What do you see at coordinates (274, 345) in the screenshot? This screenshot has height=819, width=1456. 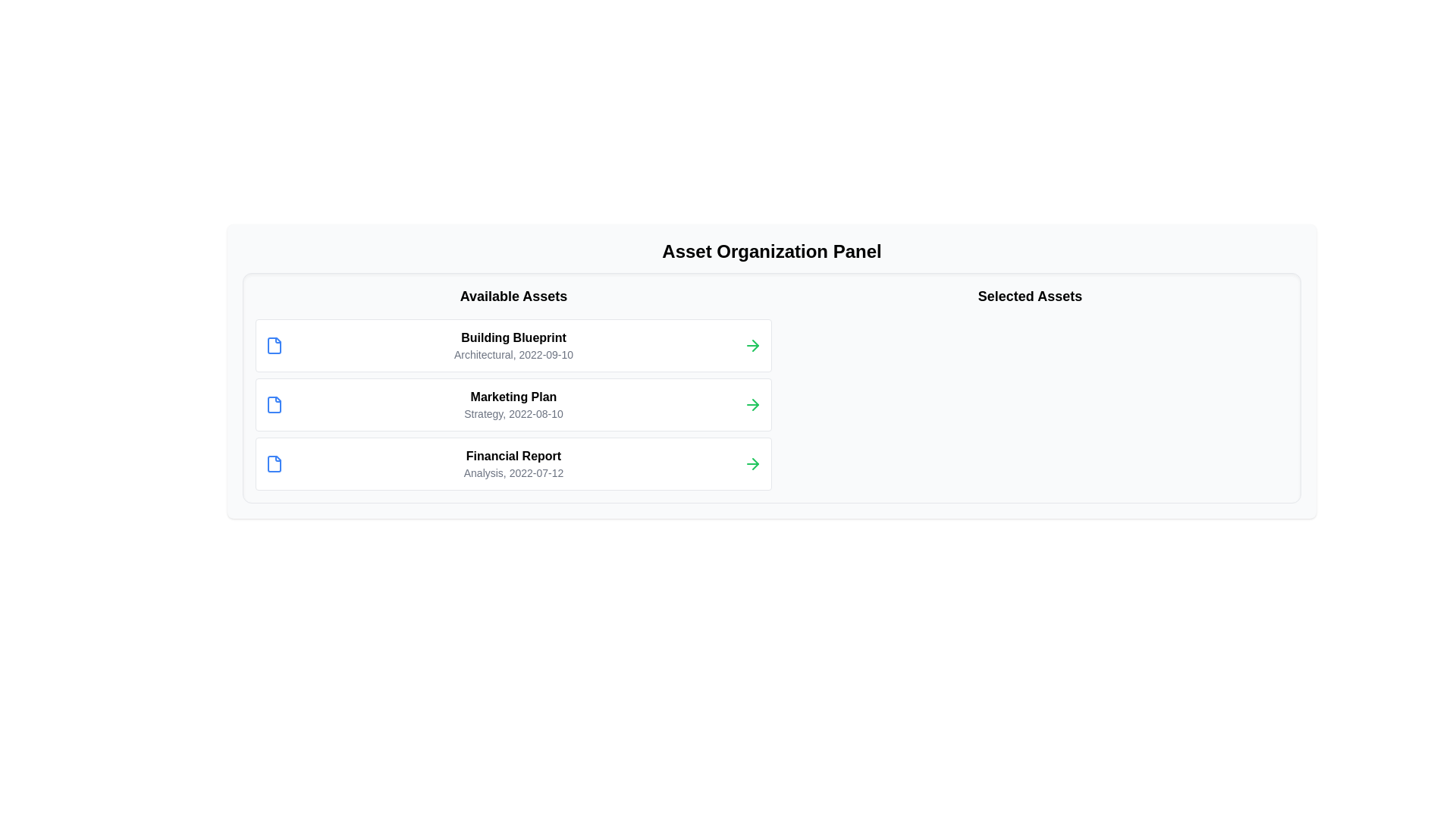 I see `the first icon representing the 'Building Blueprint' document in the 'Available Assets' section` at bounding box center [274, 345].